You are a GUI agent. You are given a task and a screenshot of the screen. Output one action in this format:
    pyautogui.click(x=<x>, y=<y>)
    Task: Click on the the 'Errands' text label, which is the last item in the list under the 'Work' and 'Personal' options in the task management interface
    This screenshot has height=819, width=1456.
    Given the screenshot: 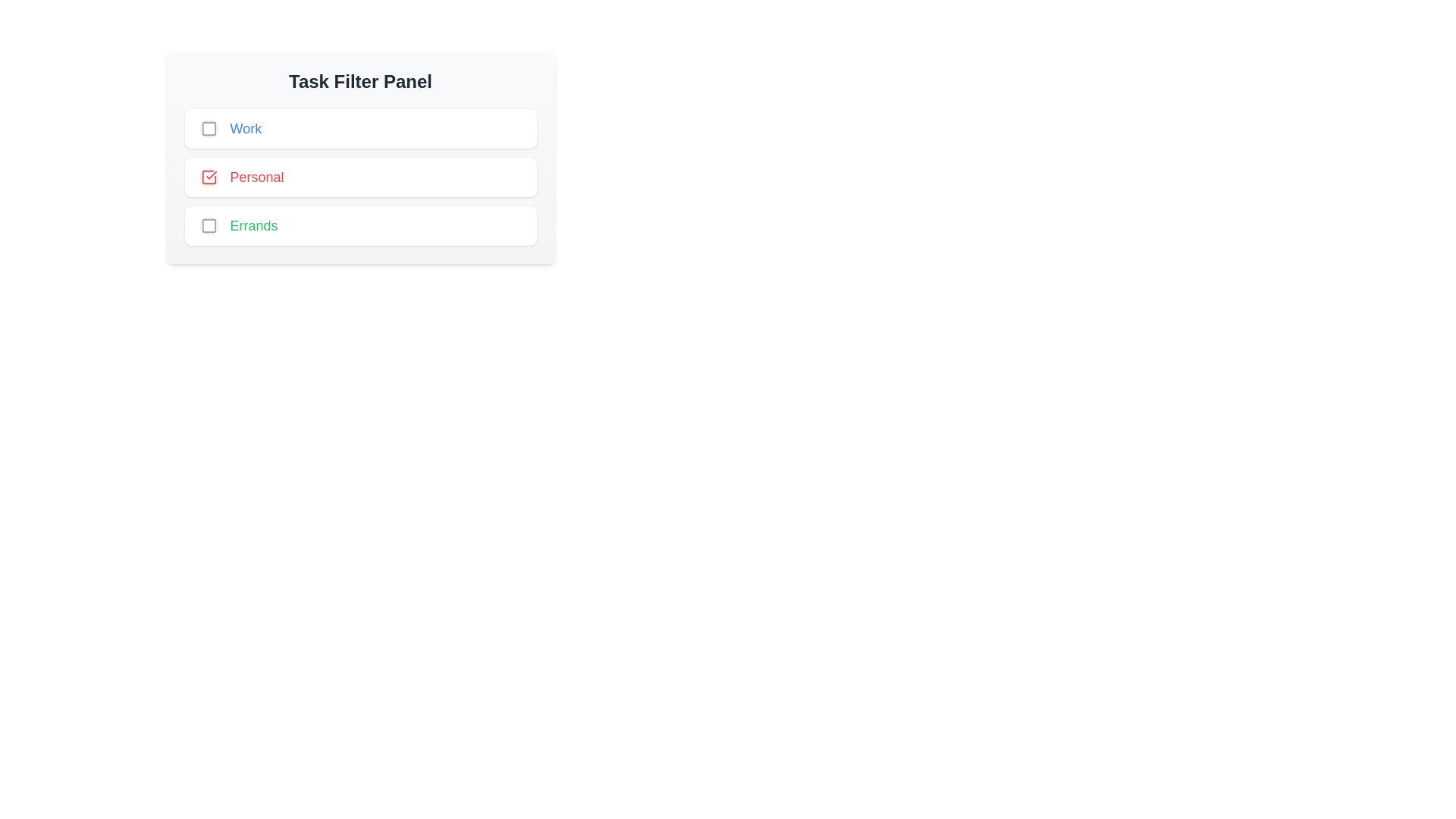 What is the action you would take?
    pyautogui.click(x=254, y=225)
    